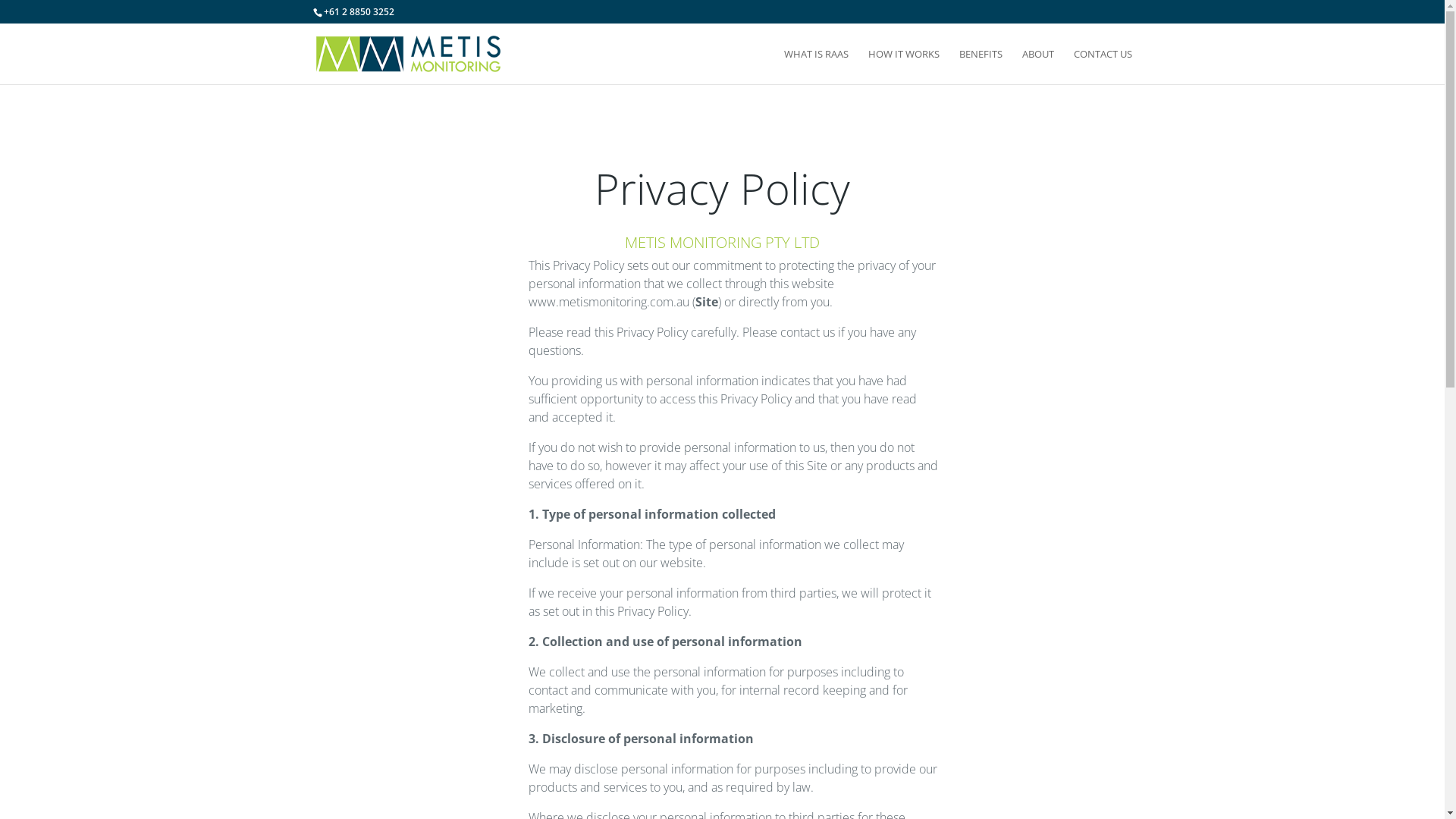  Describe the element at coordinates (1103, 65) in the screenshot. I see `'CONTACT US'` at that location.